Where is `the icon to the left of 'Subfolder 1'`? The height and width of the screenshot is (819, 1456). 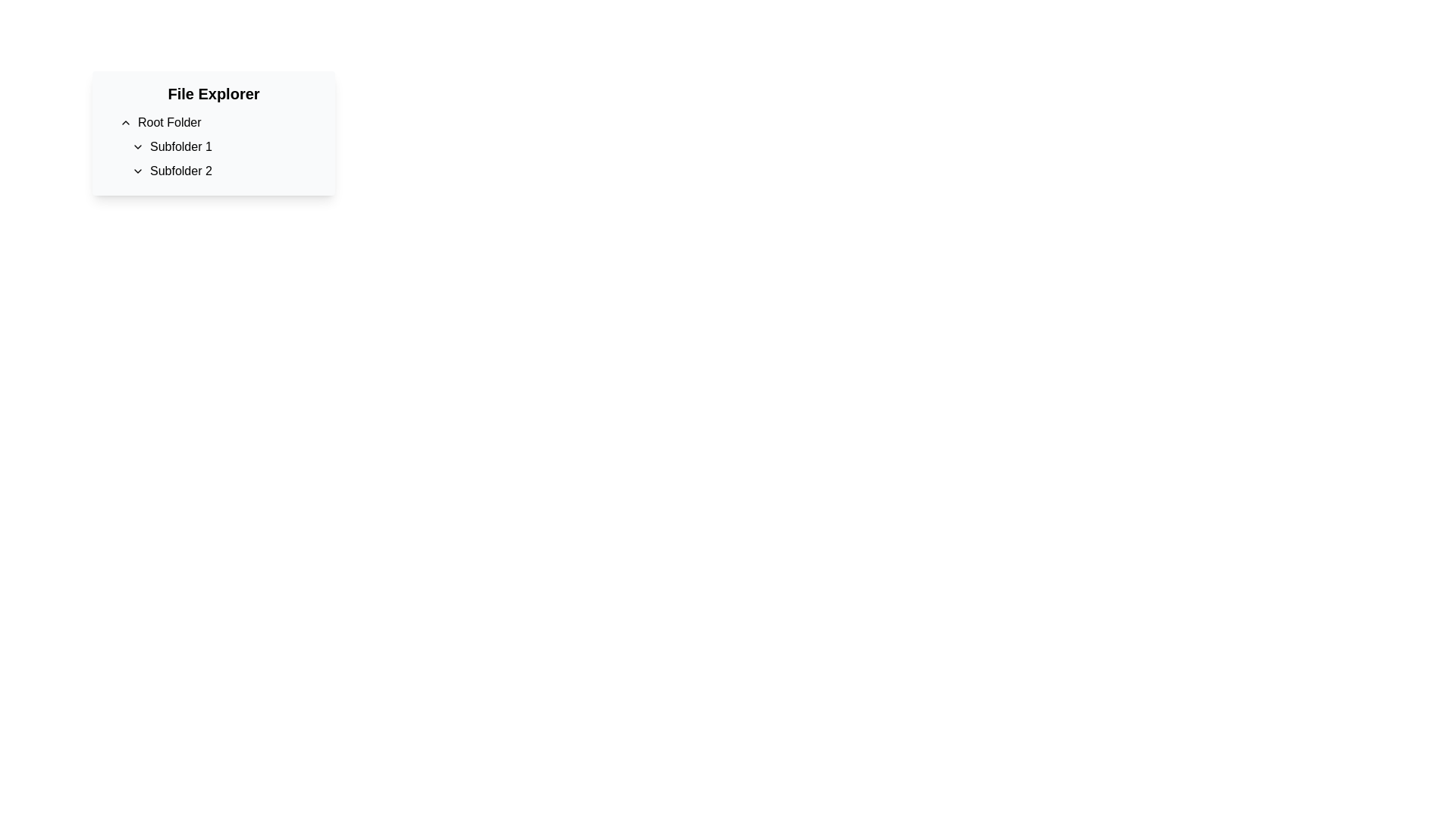
the icon to the left of 'Subfolder 1' is located at coordinates (138, 146).